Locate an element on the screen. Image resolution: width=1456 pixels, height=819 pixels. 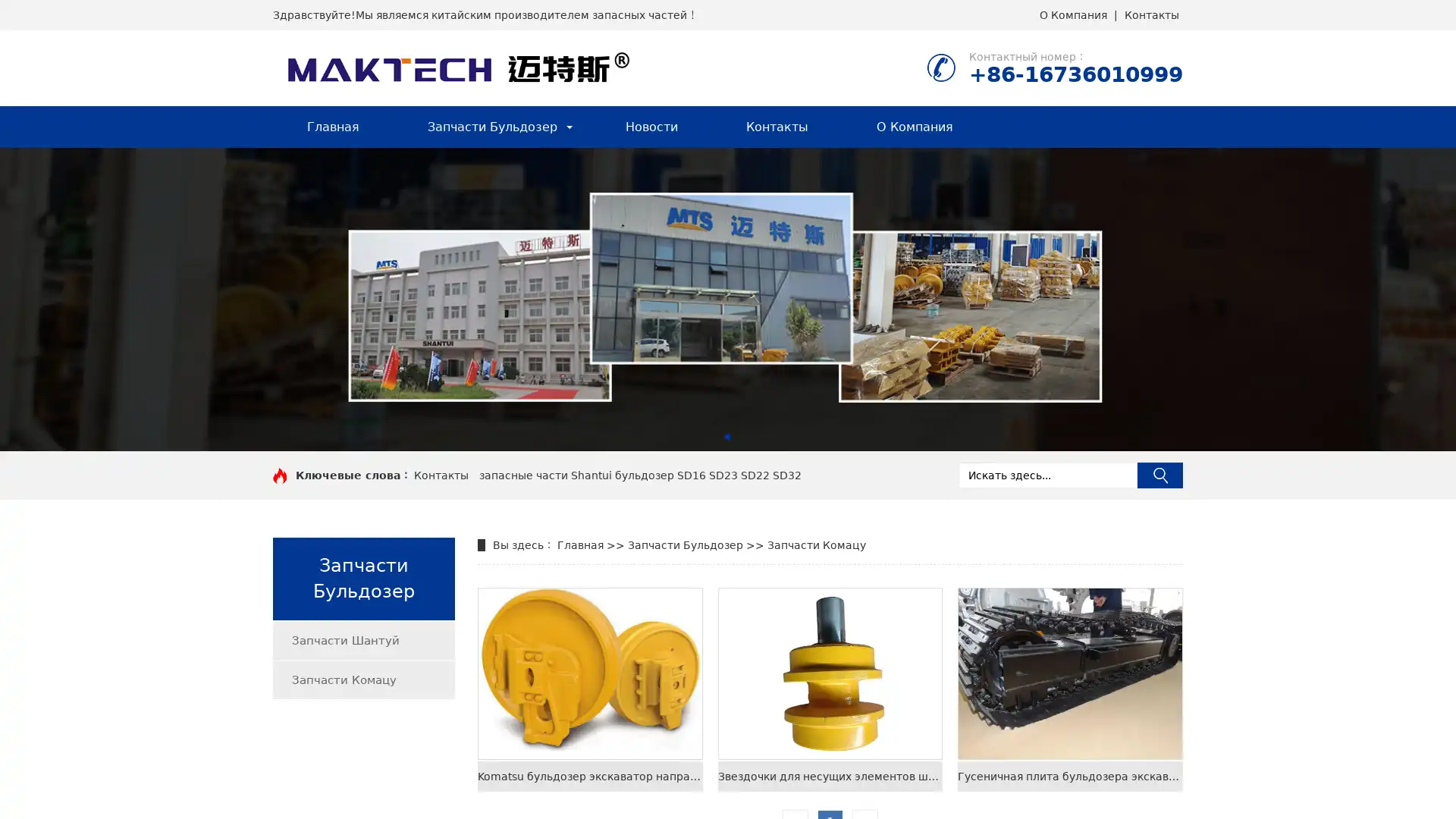
Go to slide 1 is located at coordinates (728, 436).